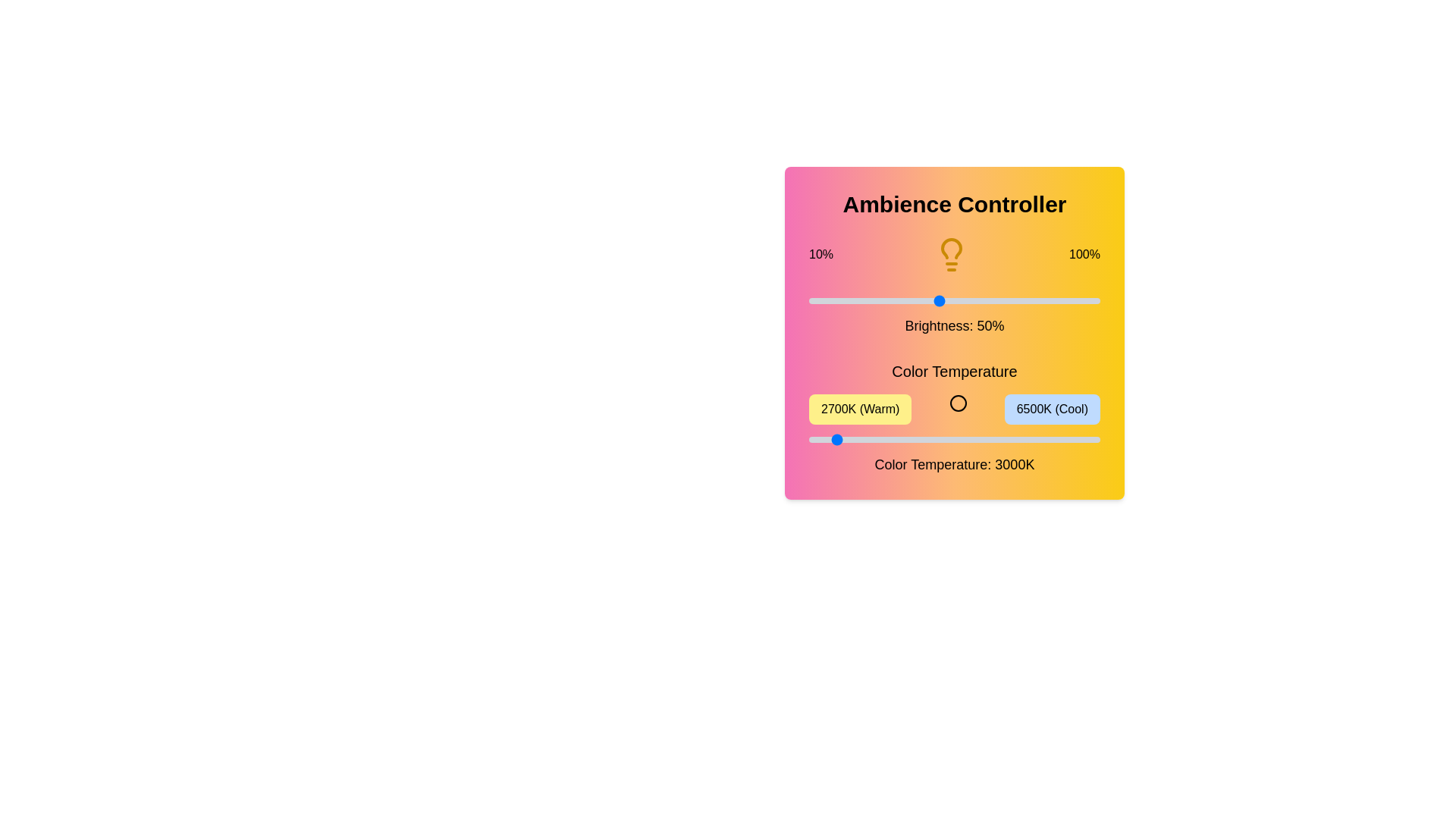  What do you see at coordinates (918, 439) in the screenshot?
I see `the color temperature slider to 4128 K` at bounding box center [918, 439].